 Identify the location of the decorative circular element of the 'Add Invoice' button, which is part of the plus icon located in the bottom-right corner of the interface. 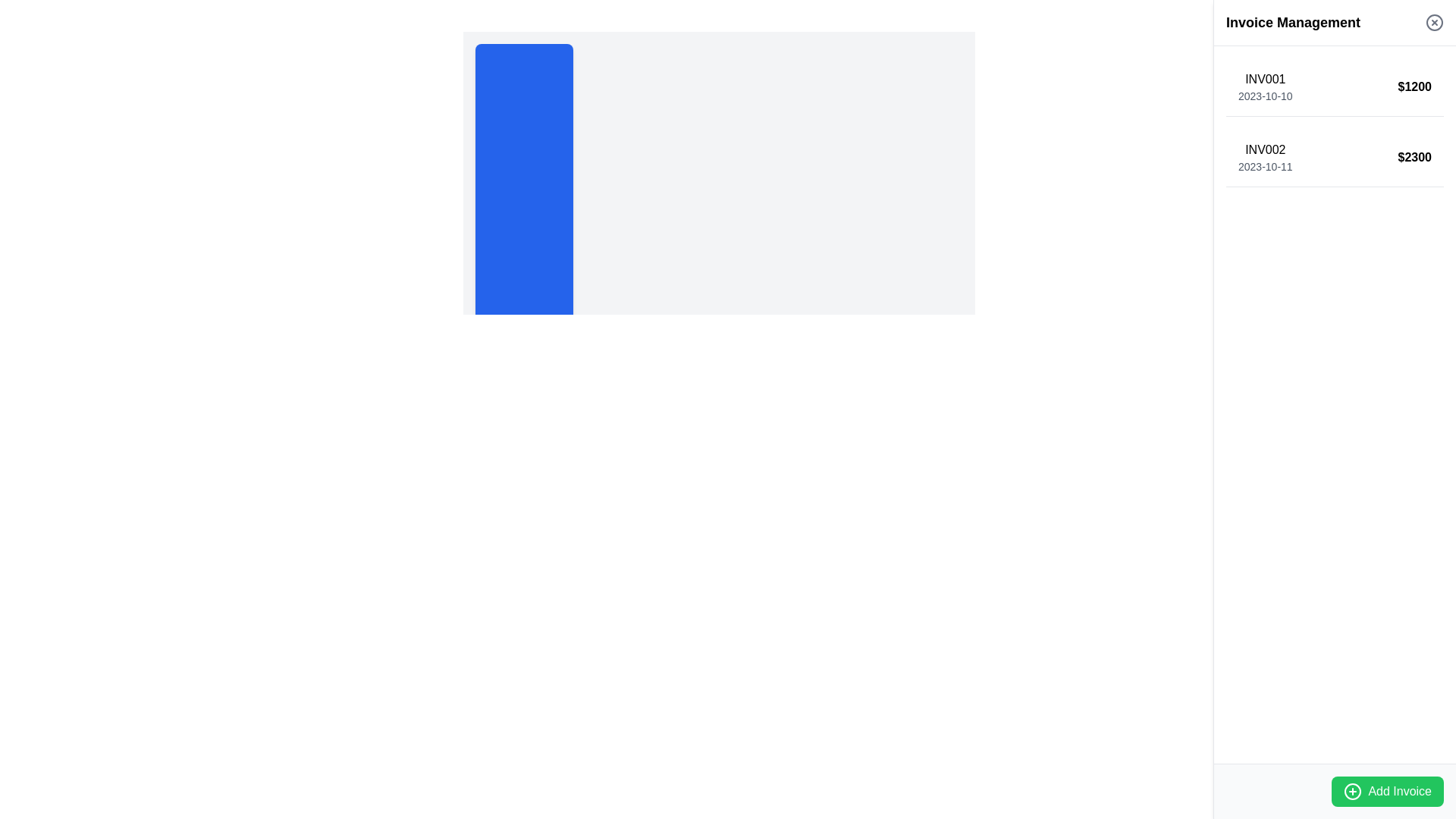
(1353, 791).